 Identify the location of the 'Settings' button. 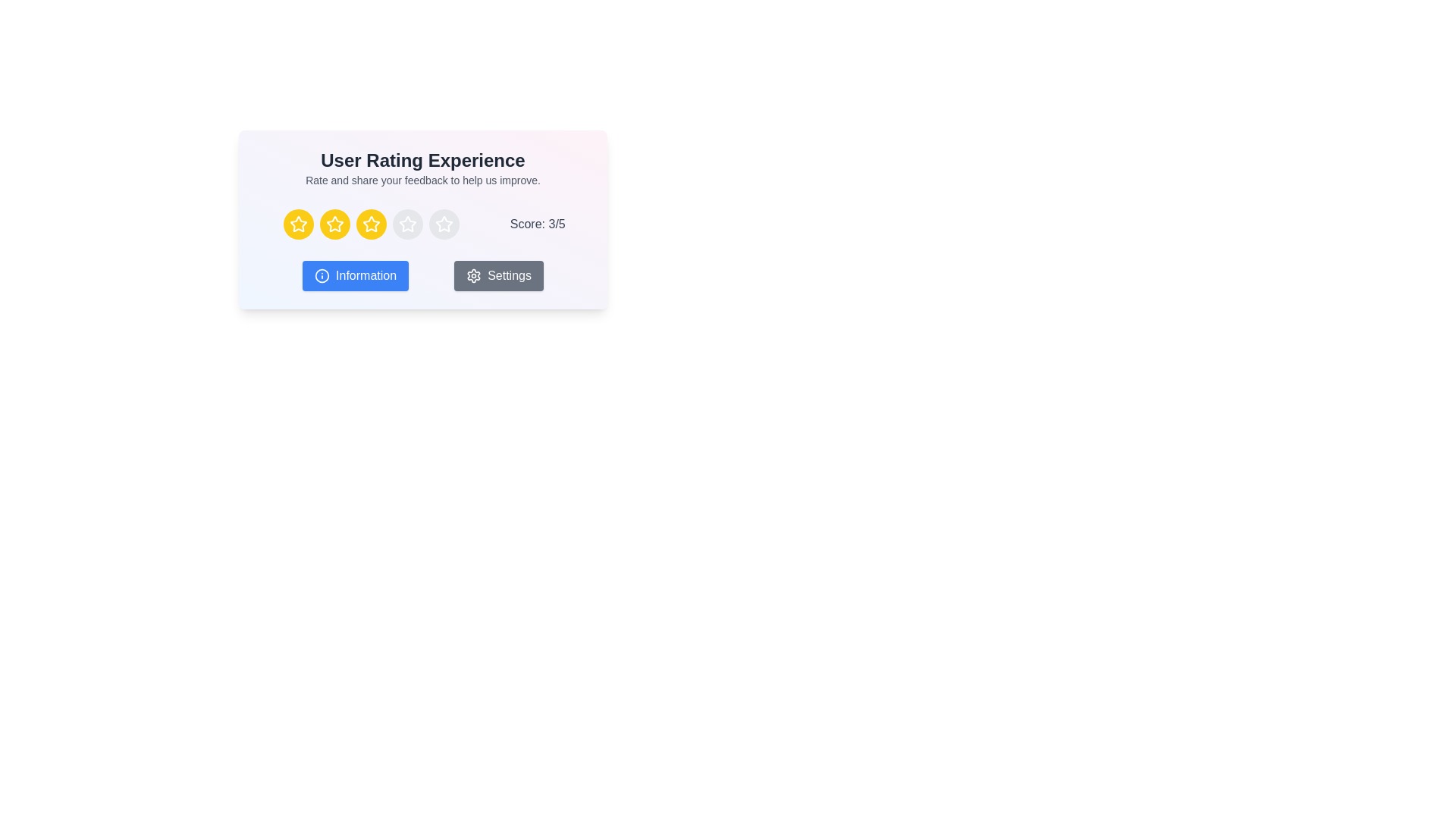
(498, 275).